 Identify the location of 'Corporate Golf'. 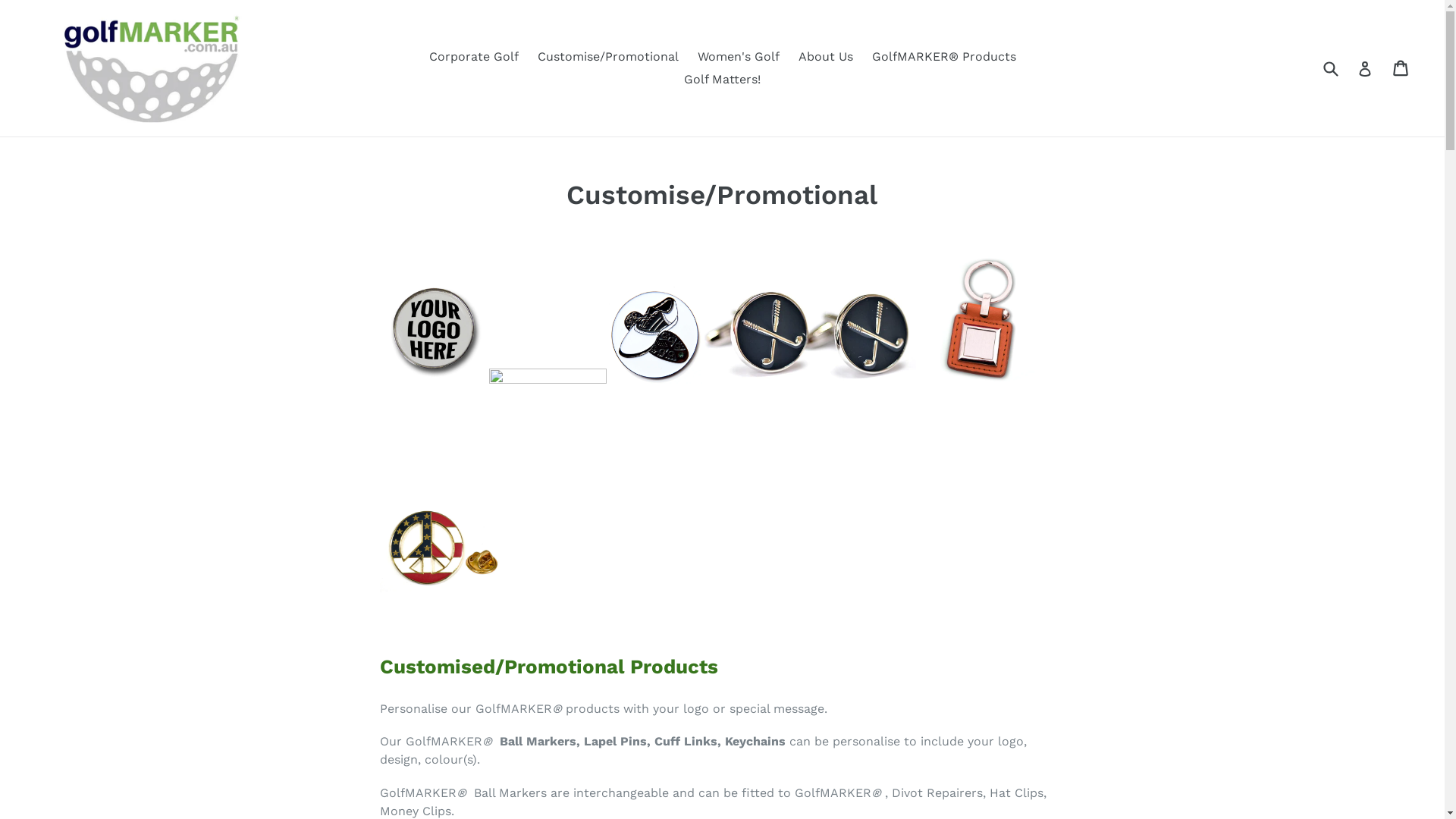
(472, 55).